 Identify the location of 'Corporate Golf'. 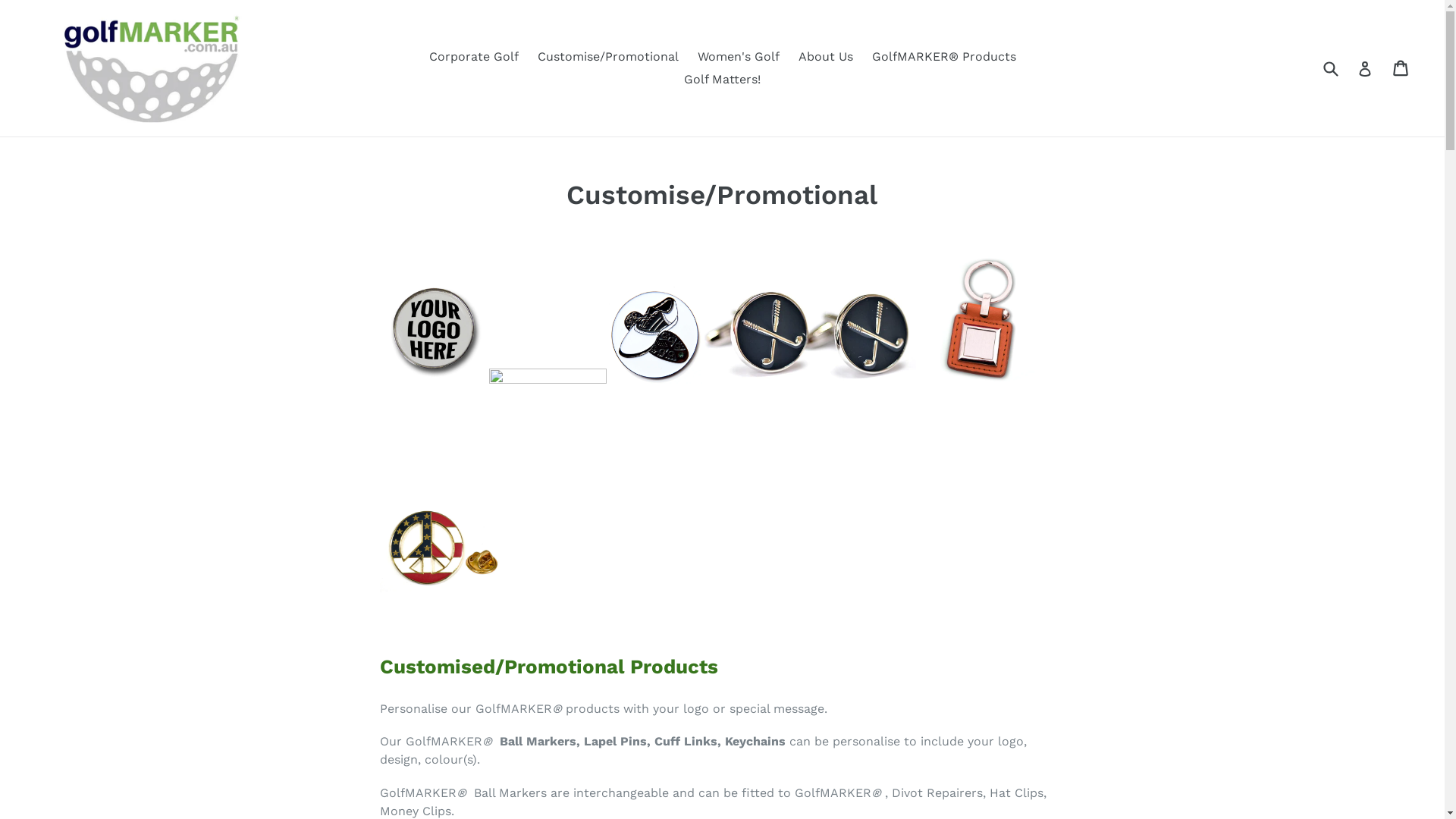
(472, 55).